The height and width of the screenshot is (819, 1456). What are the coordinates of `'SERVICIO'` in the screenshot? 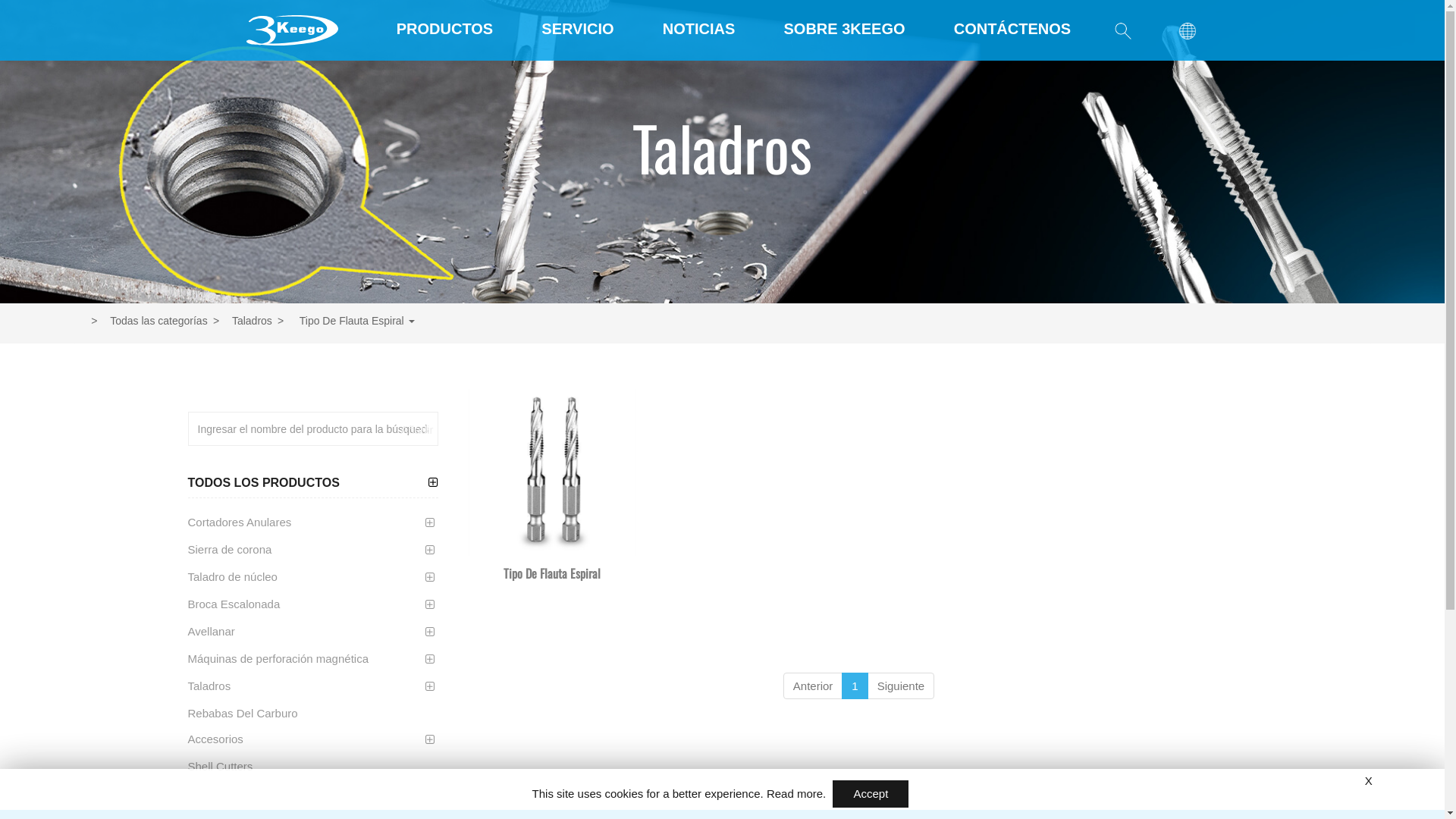 It's located at (576, 29).